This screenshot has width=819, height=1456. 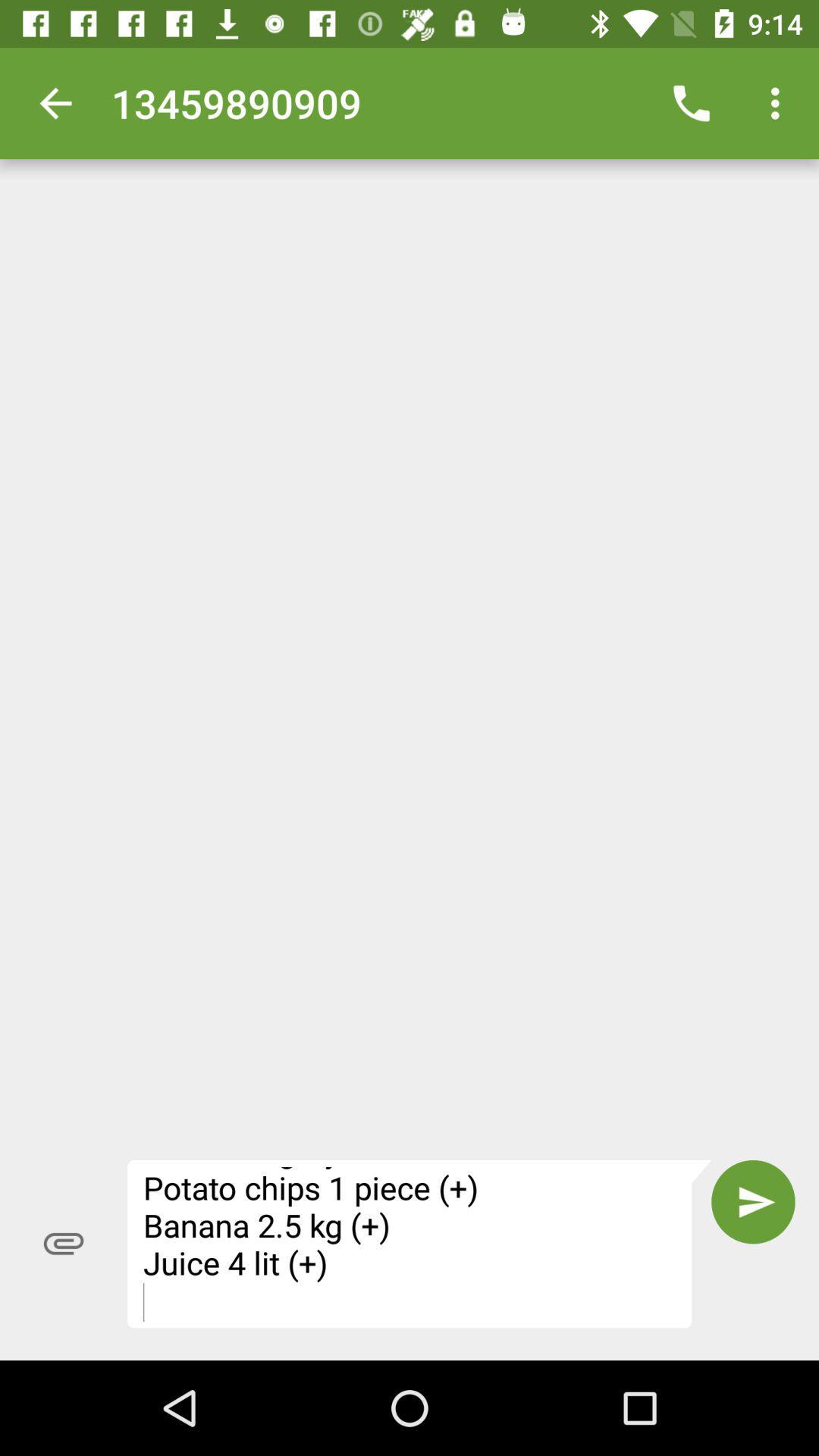 What do you see at coordinates (63, 1244) in the screenshot?
I see `the icon next to fivefly shopping list` at bounding box center [63, 1244].